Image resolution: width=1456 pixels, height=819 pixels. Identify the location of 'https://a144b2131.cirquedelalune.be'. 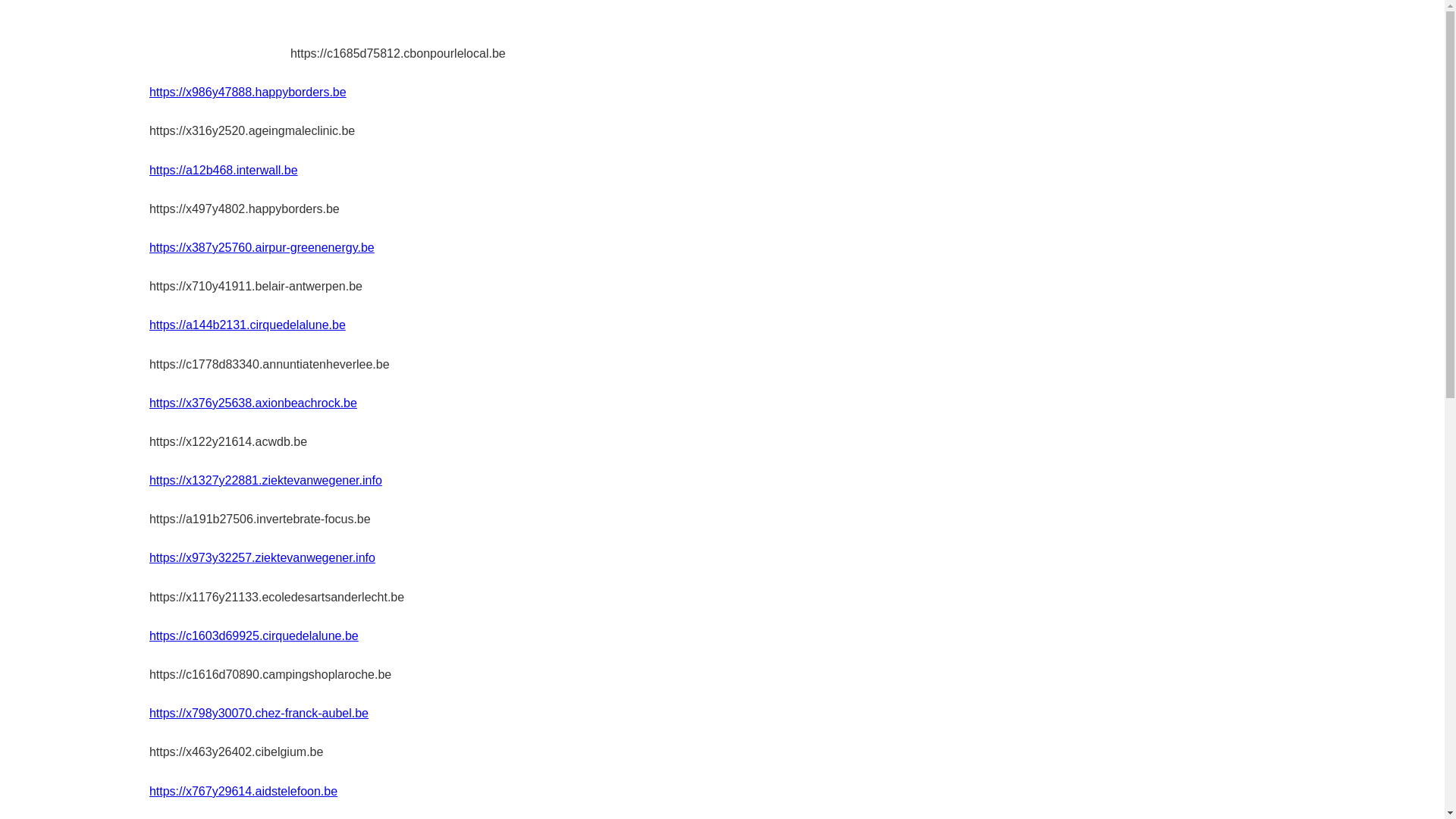
(247, 324).